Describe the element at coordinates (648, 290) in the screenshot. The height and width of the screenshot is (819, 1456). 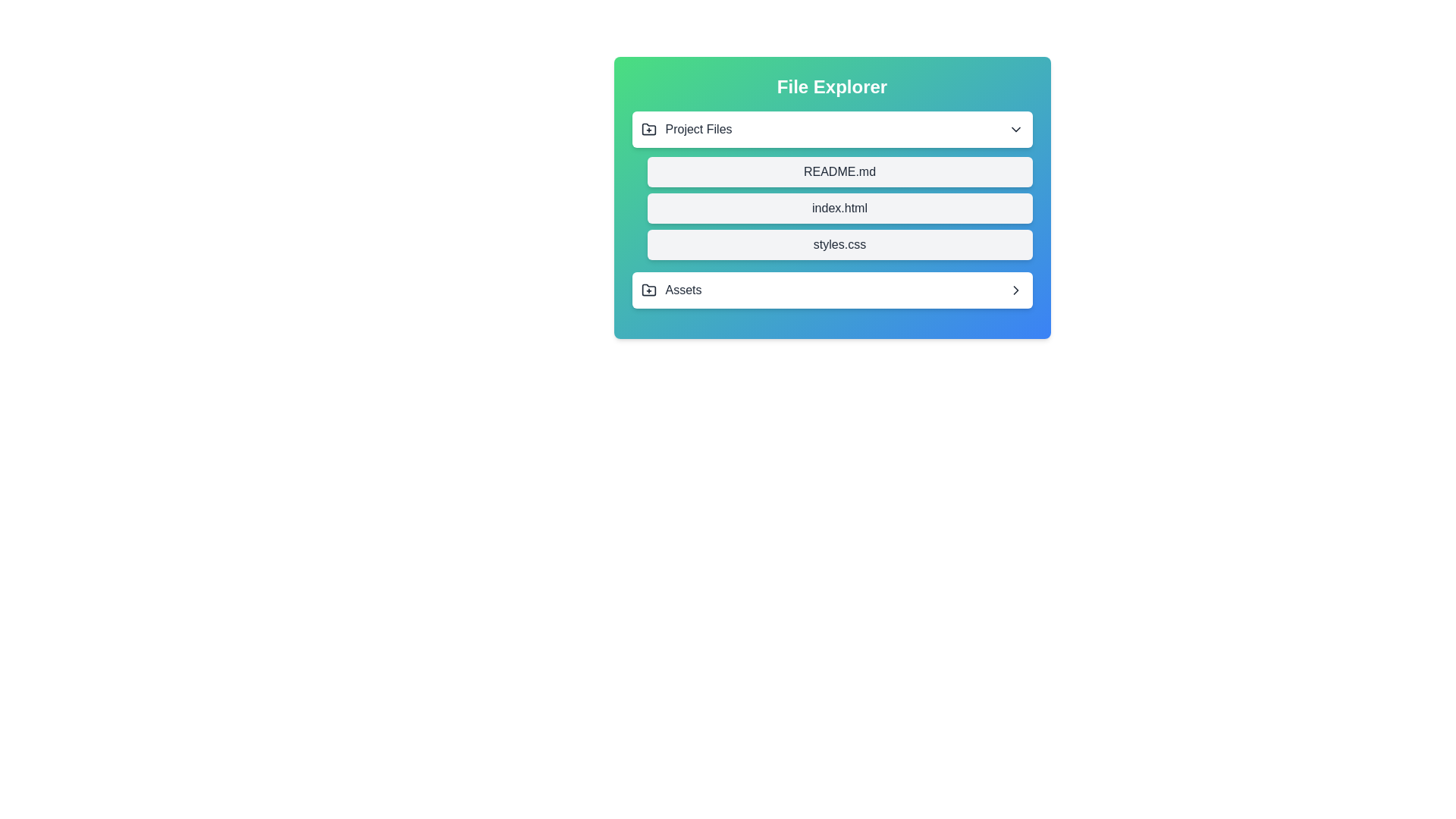
I see `the expandable folder icon` at that location.